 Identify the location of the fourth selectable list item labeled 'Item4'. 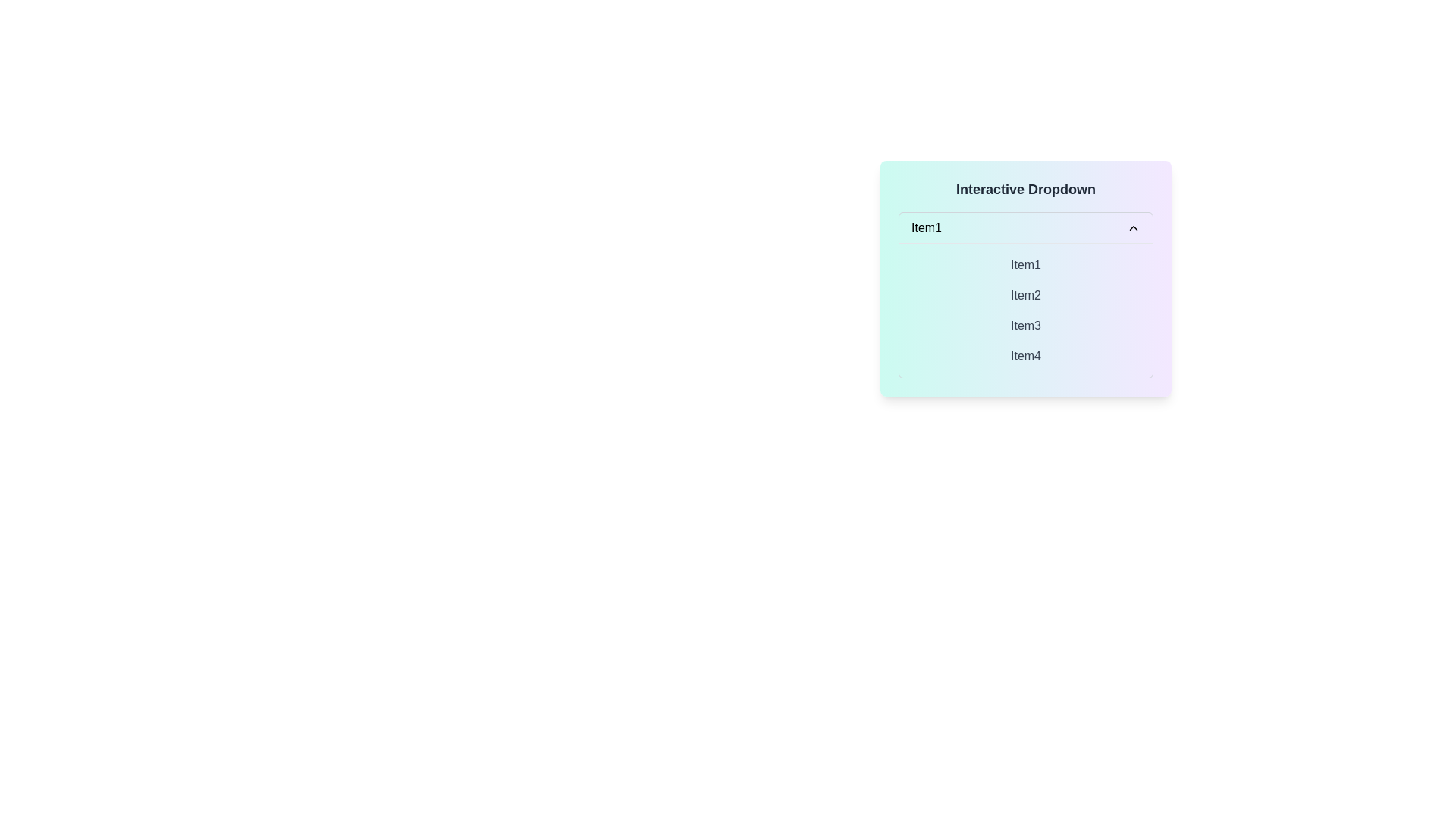
(1026, 356).